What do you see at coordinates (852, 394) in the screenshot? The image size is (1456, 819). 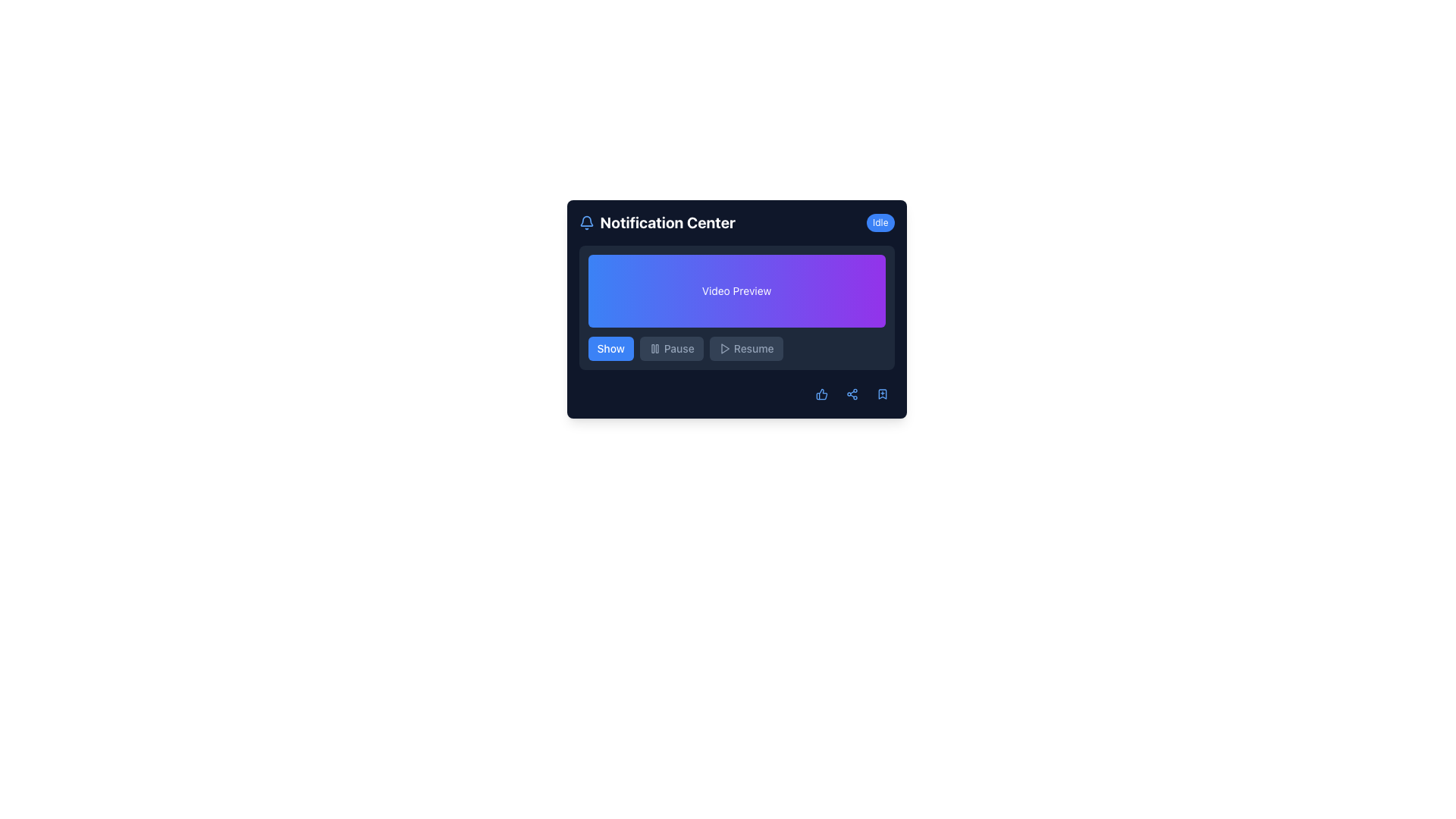 I see `the circular share icon button with a blue tone located in the footer section of the panel, which is the second button from the right in the button group` at bounding box center [852, 394].